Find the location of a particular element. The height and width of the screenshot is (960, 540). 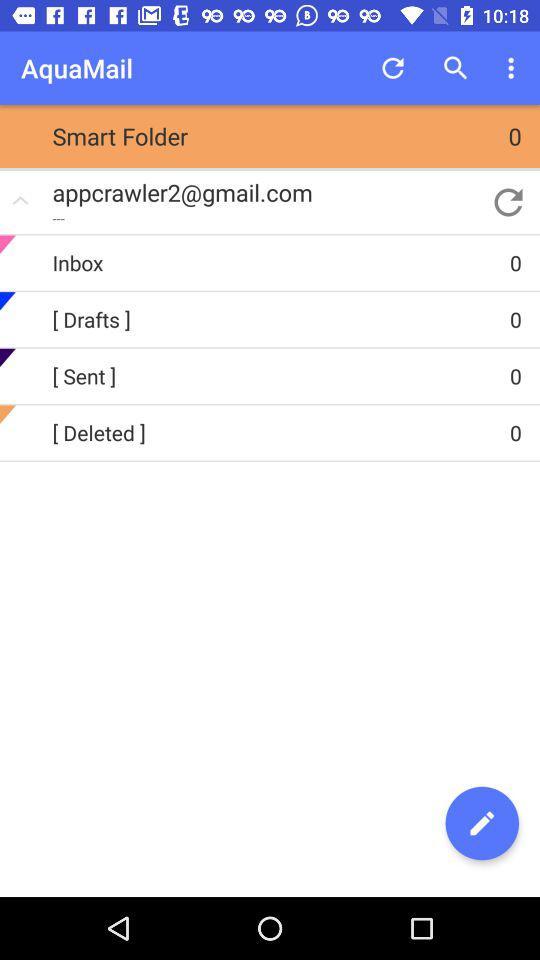

the icon above smart folder icon is located at coordinates (393, 68).